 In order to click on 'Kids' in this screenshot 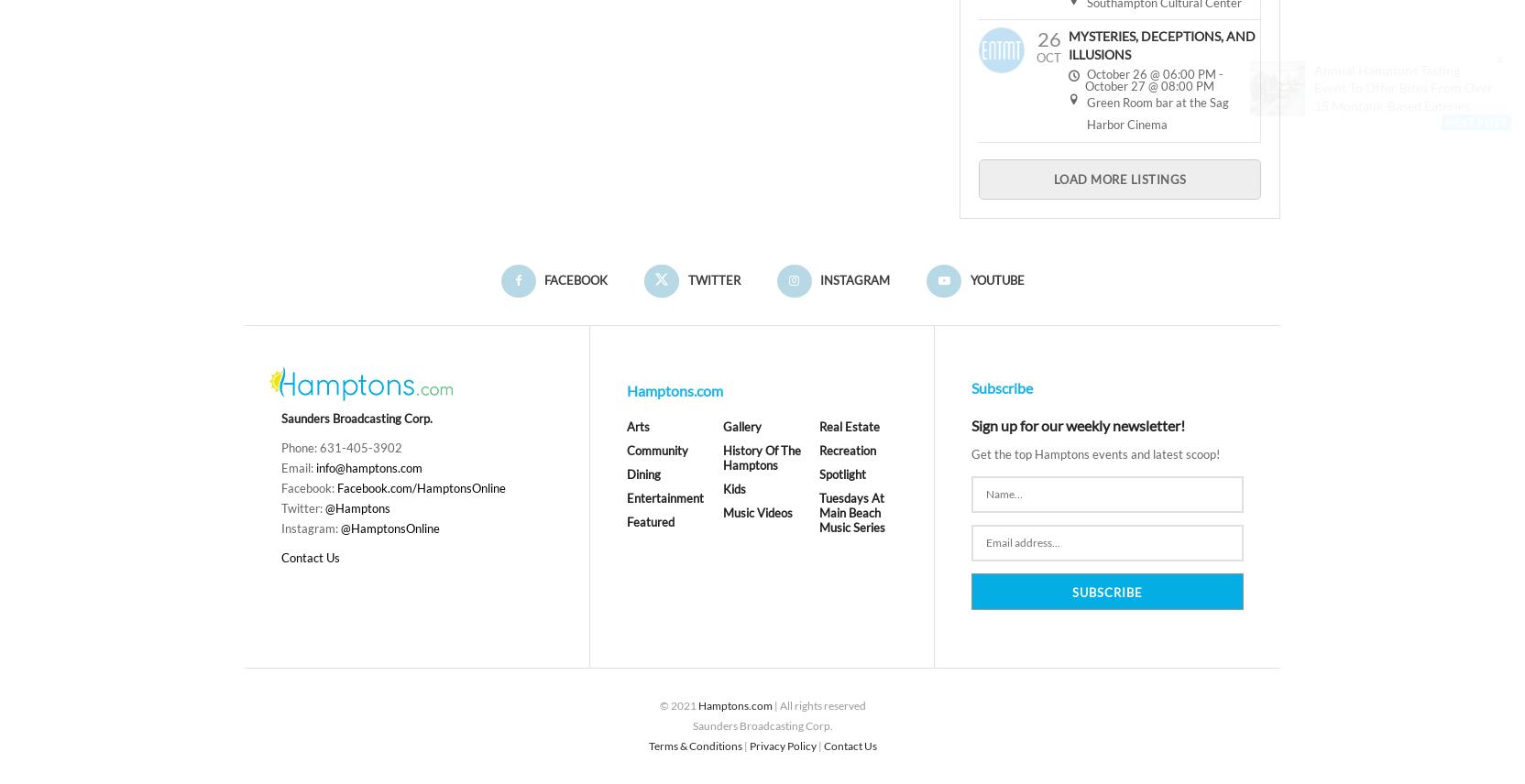, I will do `click(733, 488)`.